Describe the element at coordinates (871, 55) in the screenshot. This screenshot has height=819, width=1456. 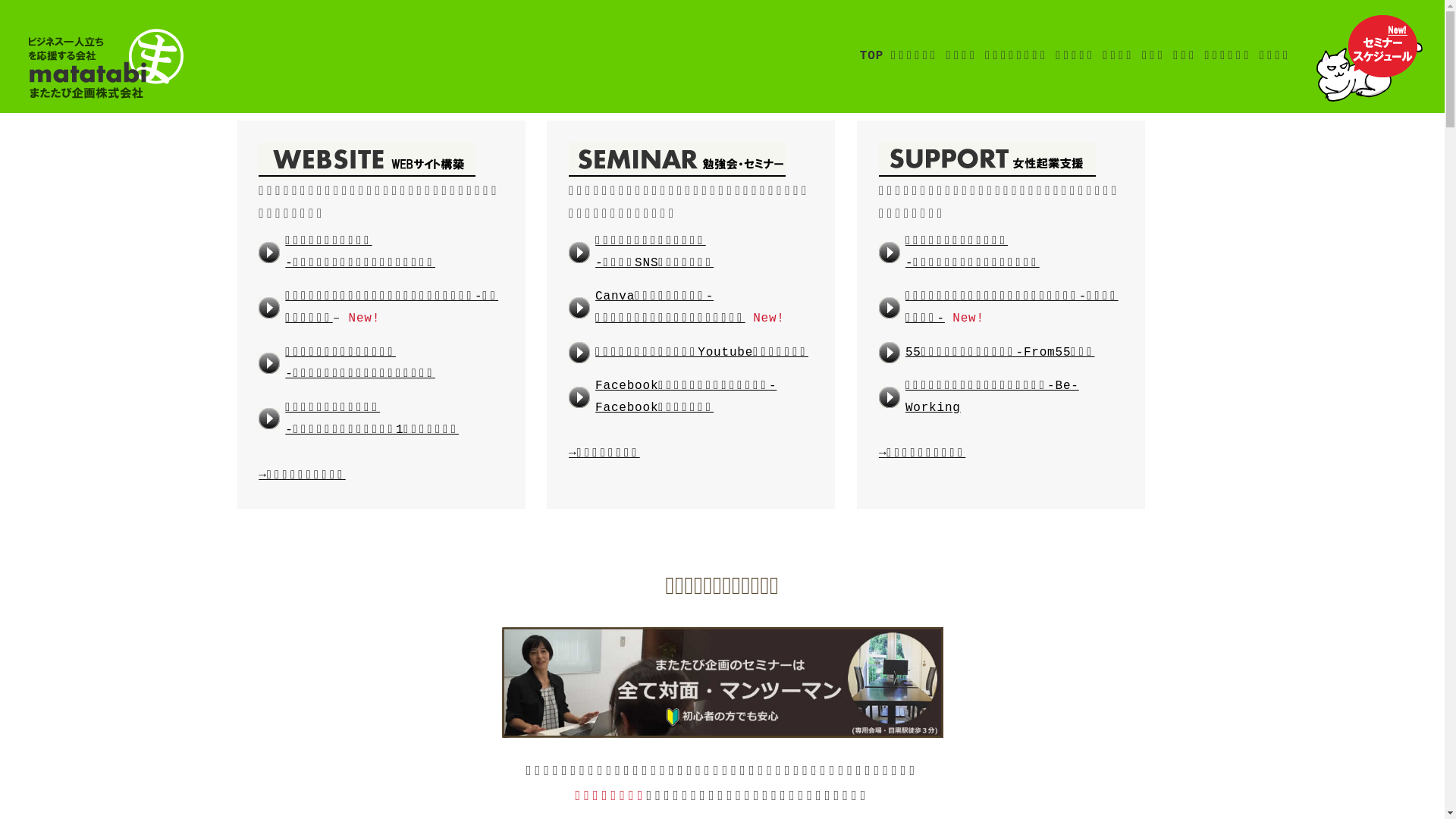
I see `'TOP'` at that location.